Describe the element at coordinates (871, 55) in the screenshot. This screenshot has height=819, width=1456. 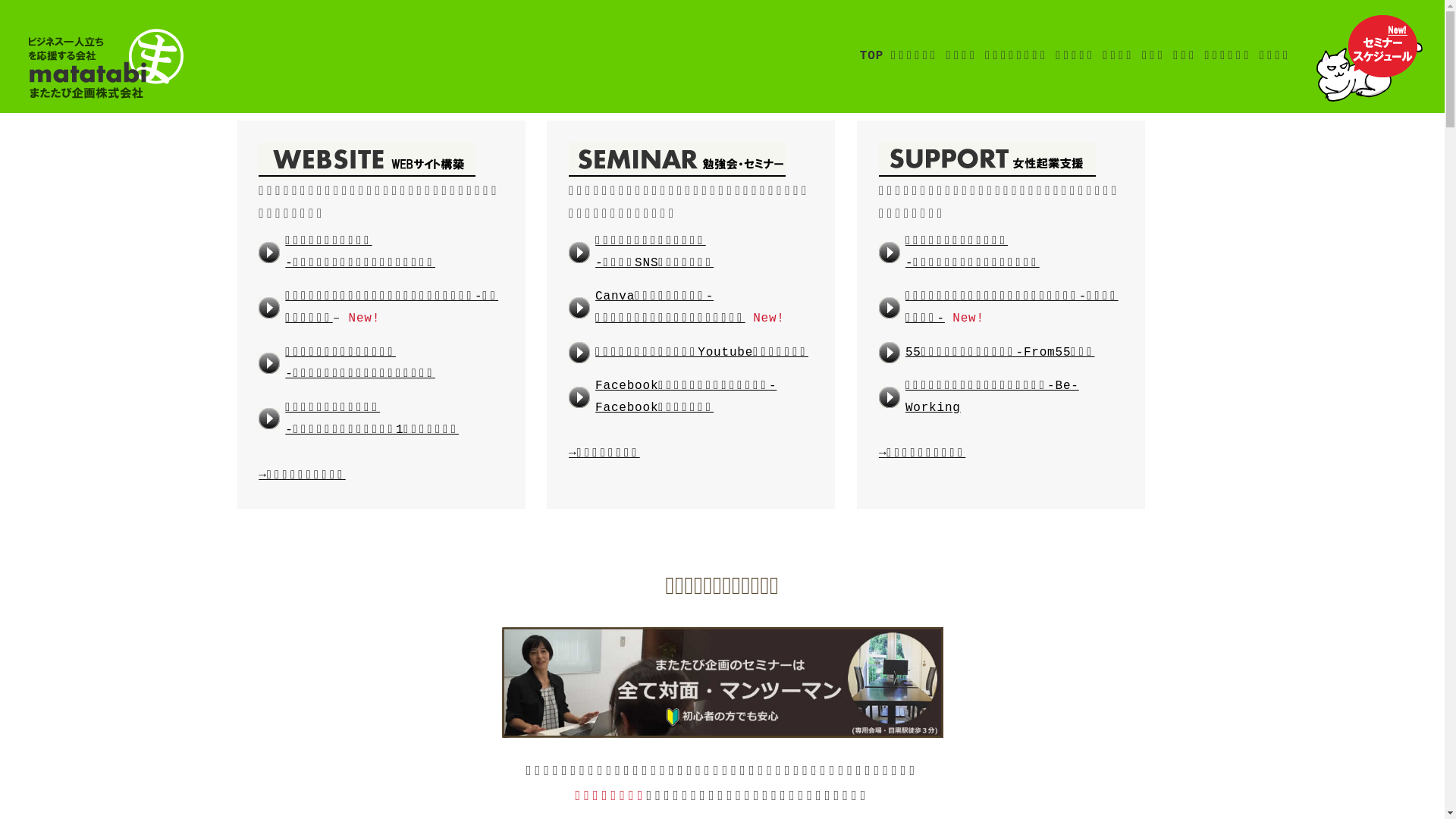
I see `'TOP'` at that location.